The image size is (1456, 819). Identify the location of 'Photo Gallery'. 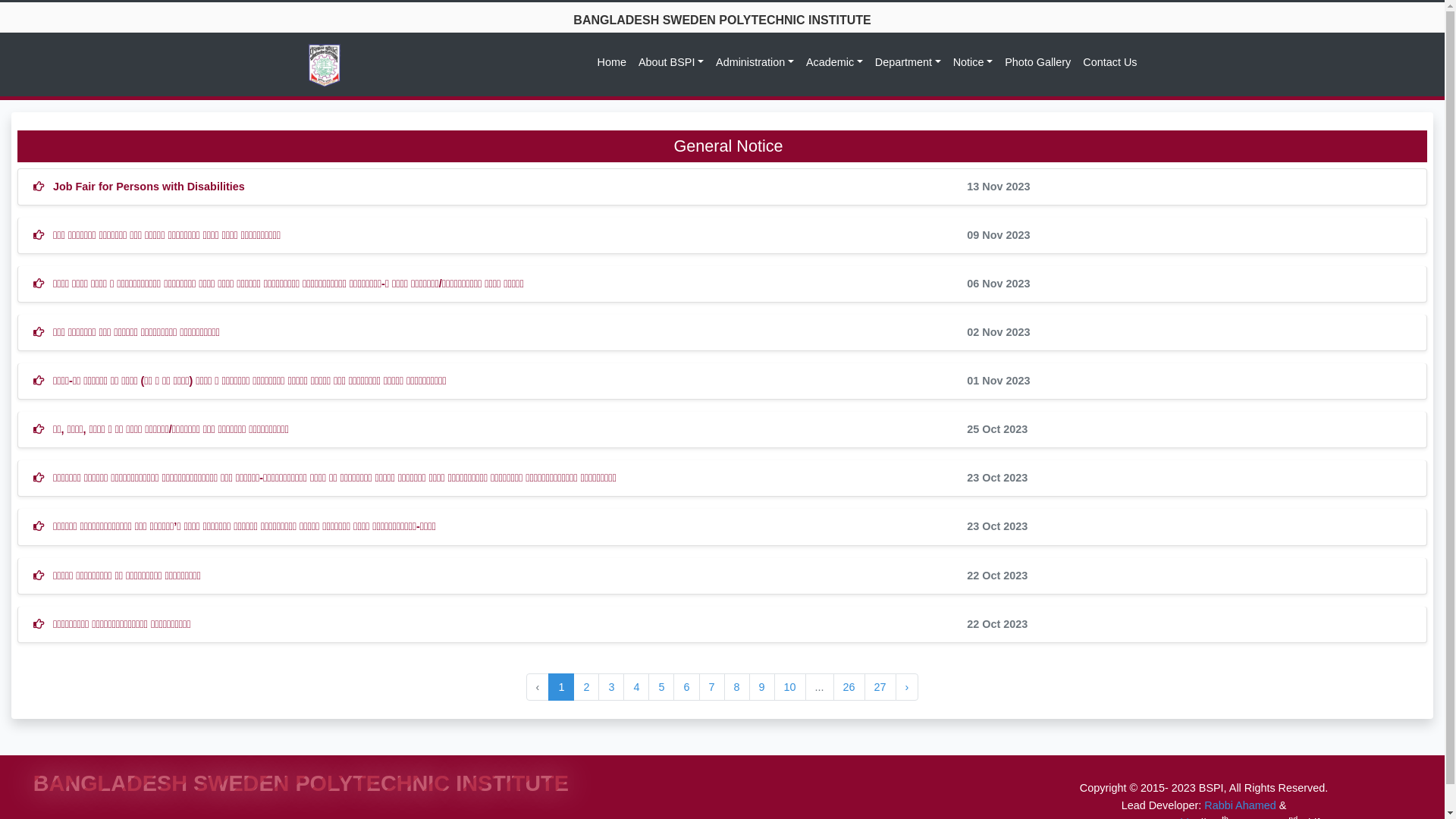
(1037, 61).